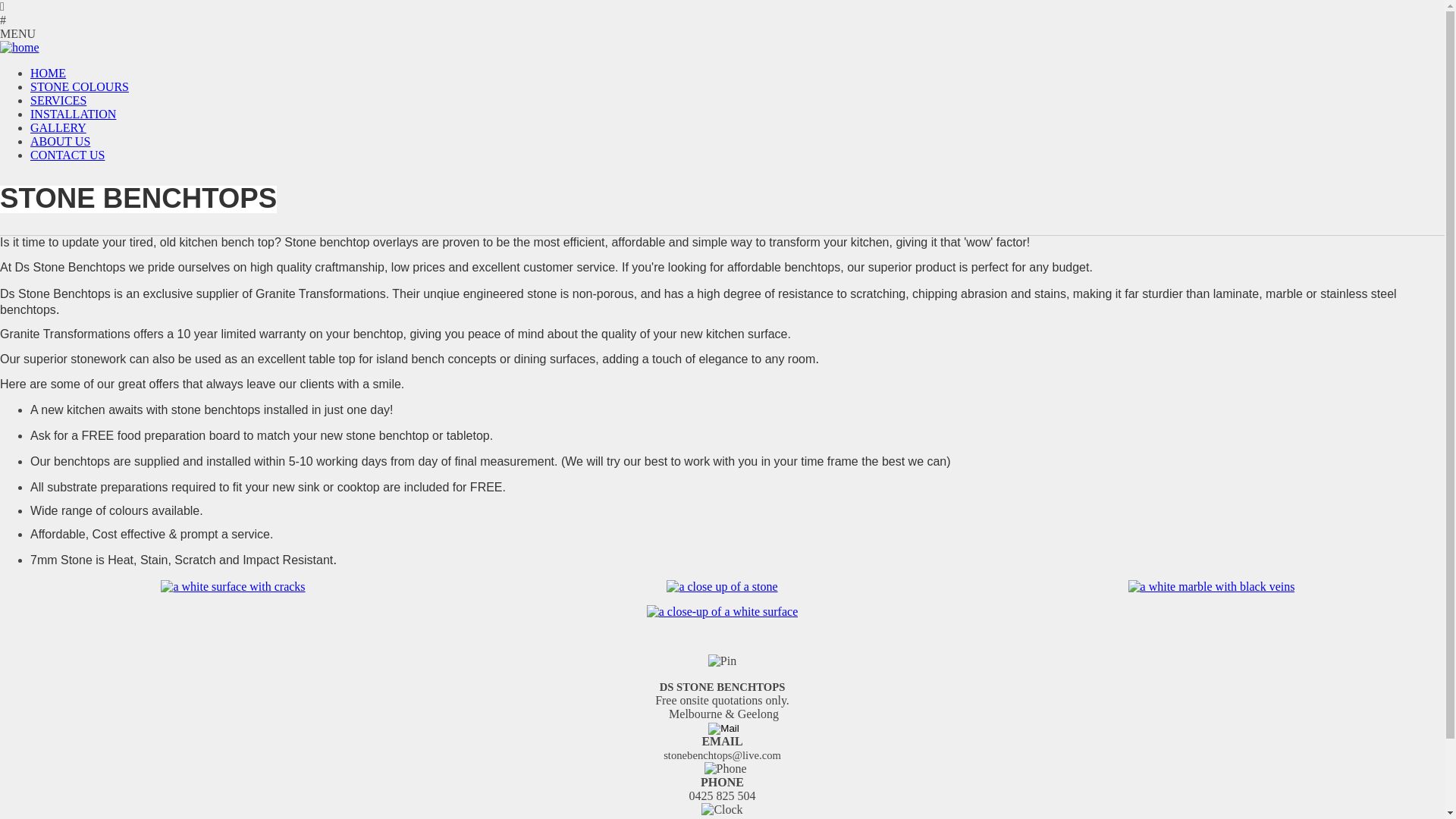 The width and height of the screenshot is (1456, 819). I want to click on 'GALLERY', so click(58, 127).